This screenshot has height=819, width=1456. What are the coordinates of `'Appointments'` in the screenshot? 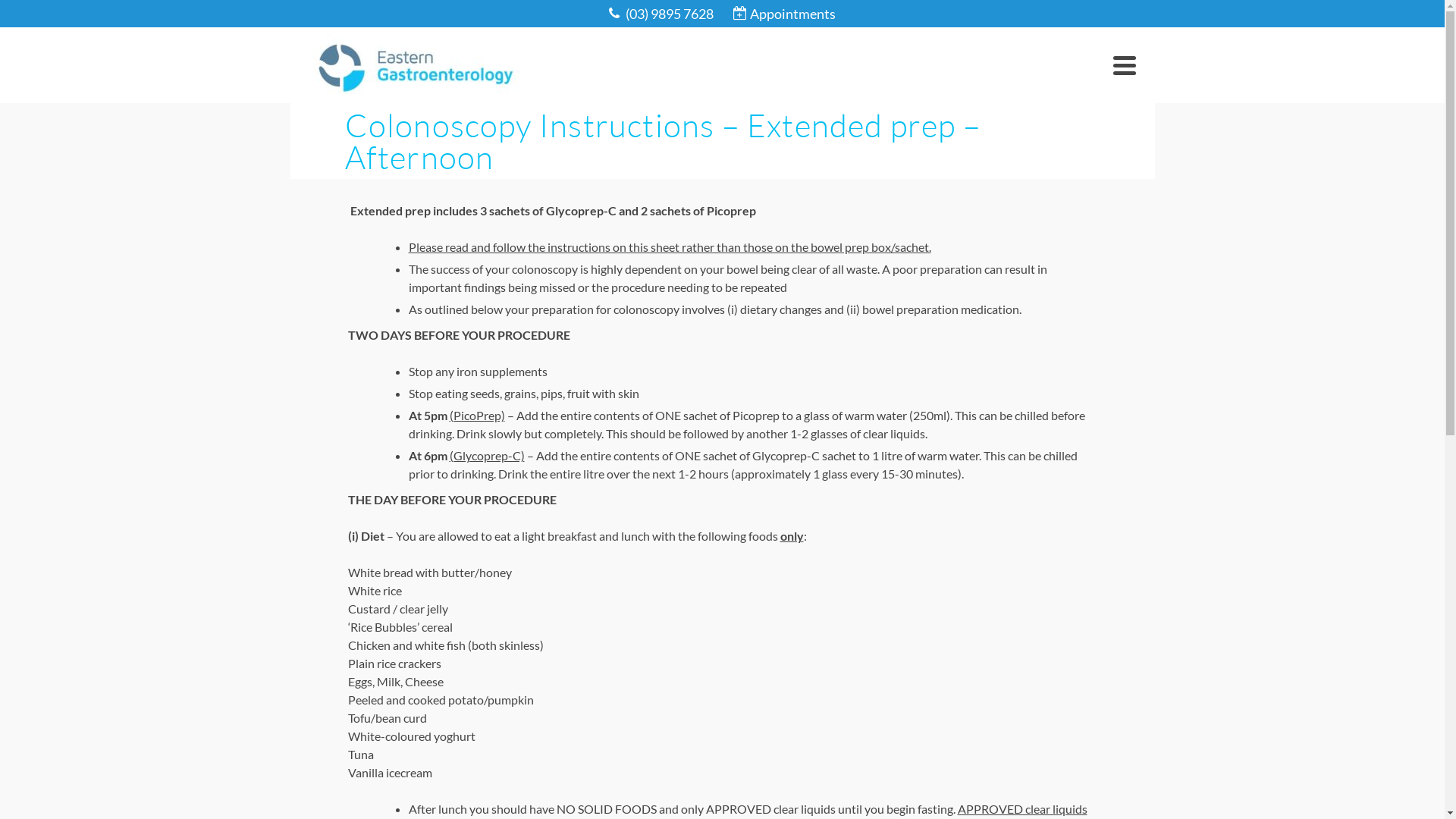 It's located at (784, 14).